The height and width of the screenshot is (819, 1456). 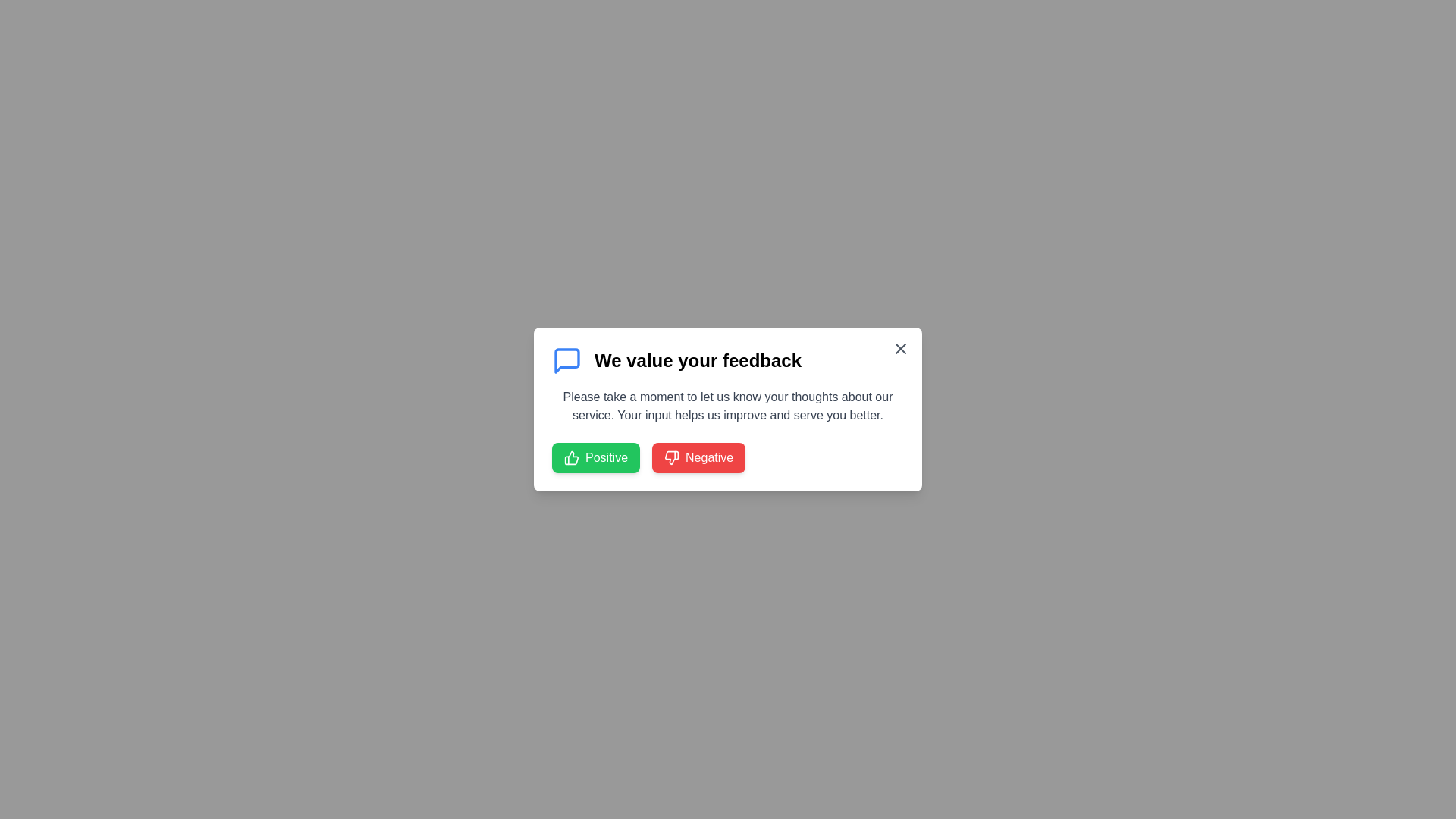 What do you see at coordinates (901, 348) in the screenshot?
I see `close button to dismiss the dialog` at bounding box center [901, 348].